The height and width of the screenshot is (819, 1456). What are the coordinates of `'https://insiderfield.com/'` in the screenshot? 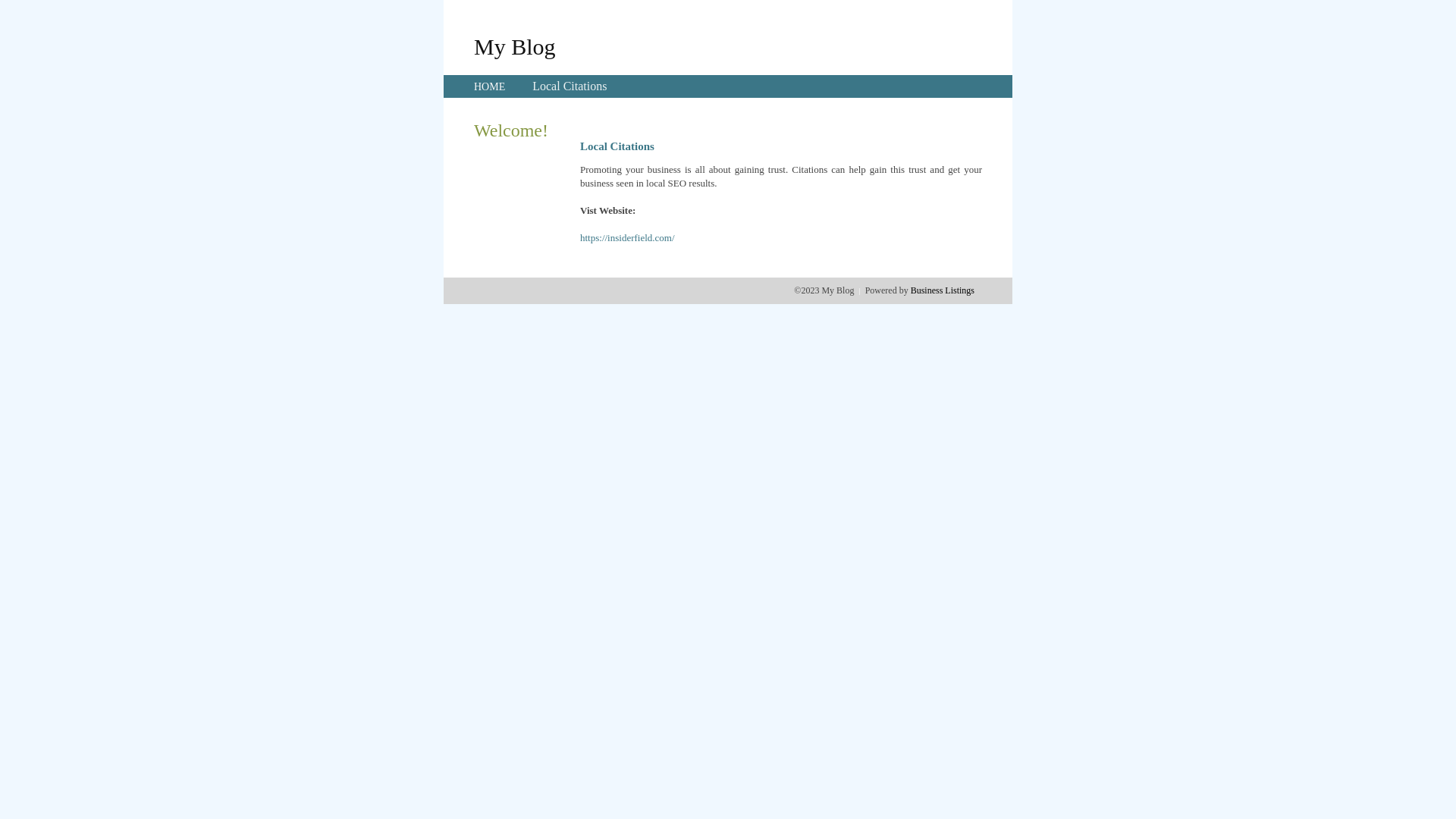 It's located at (579, 237).